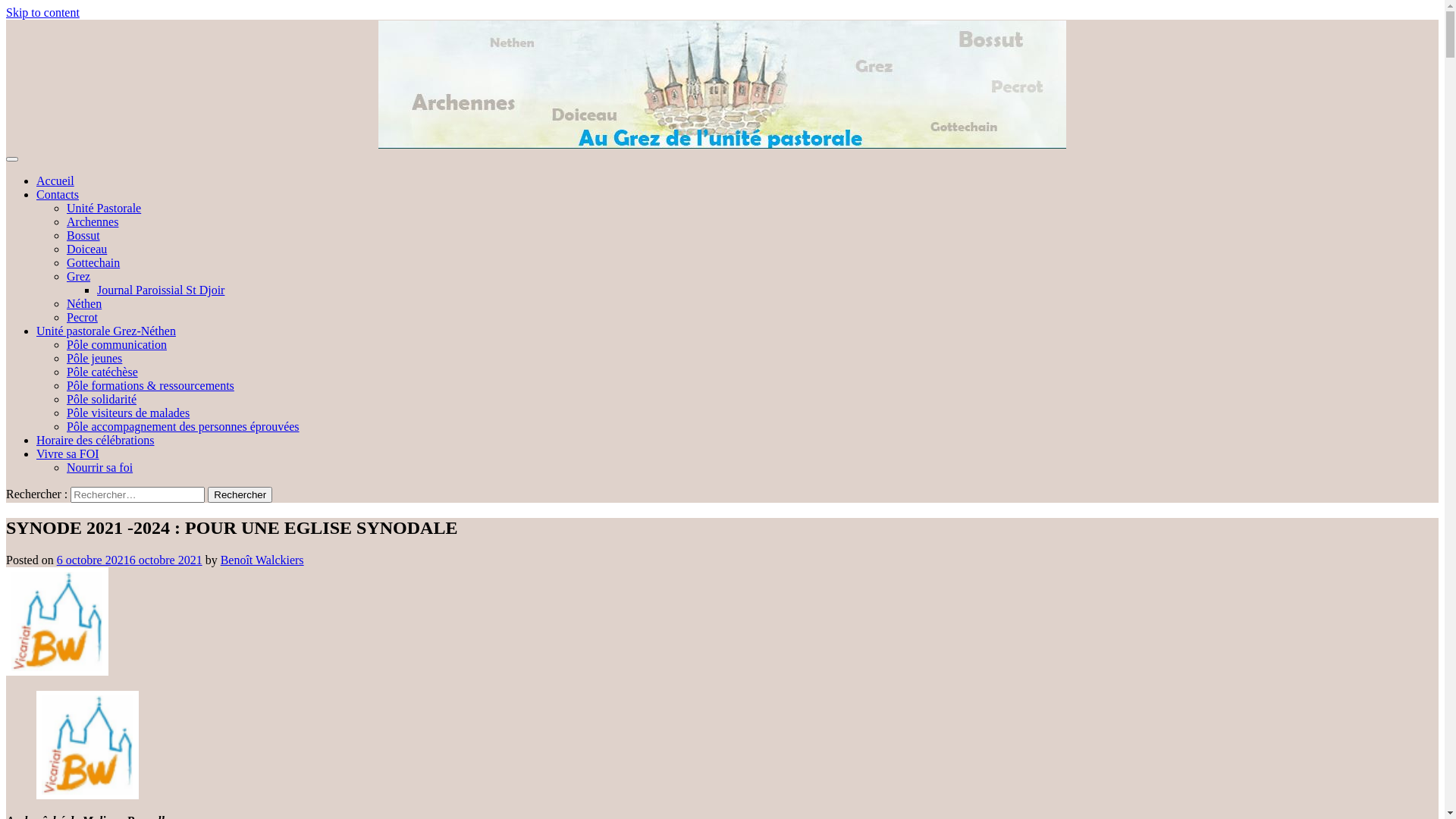 The width and height of the screenshot is (1456, 819). Describe the element at coordinates (55, 180) in the screenshot. I see `'Accueil'` at that location.